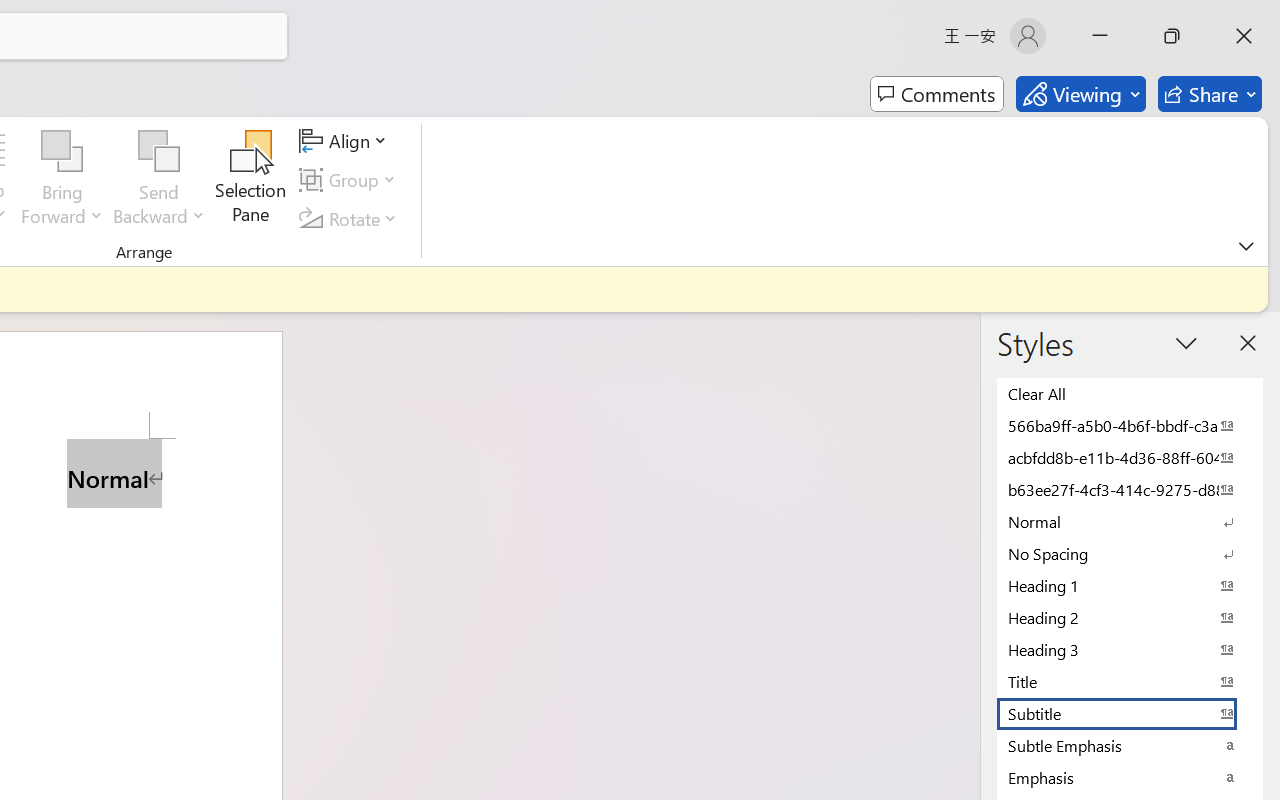 This screenshot has width=1280, height=800. What do you see at coordinates (250, 179) in the screenshot?
I see `'Selection Pane...'` at bounding box center [250, 179].